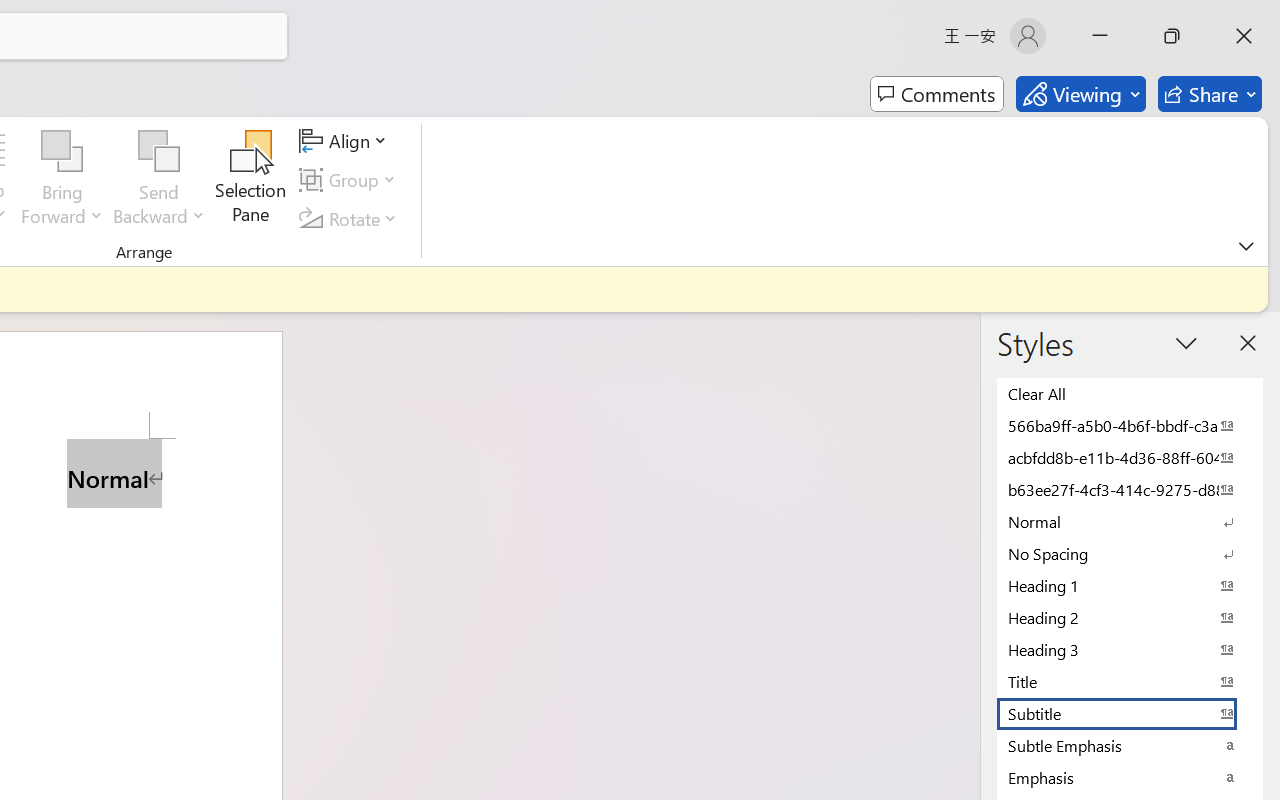 This screenshot has width=1280, height=800. What do you see at coordinates (250, 179) in the screenshot?
I see `'Selection Pane...'` at bounding box center [250, 179].